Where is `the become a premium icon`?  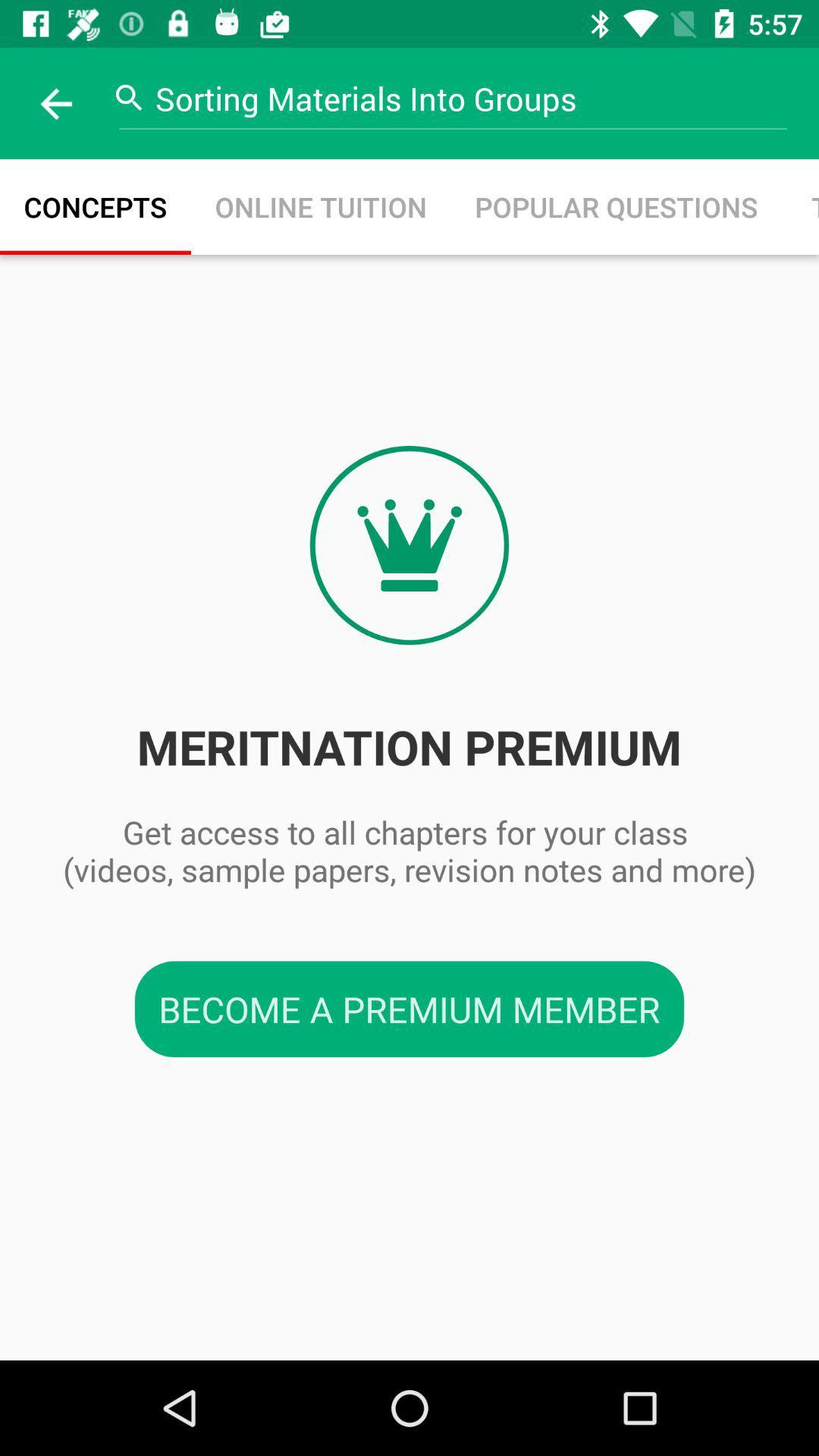
the become a premium icon is located at coordinates (409, 1009).